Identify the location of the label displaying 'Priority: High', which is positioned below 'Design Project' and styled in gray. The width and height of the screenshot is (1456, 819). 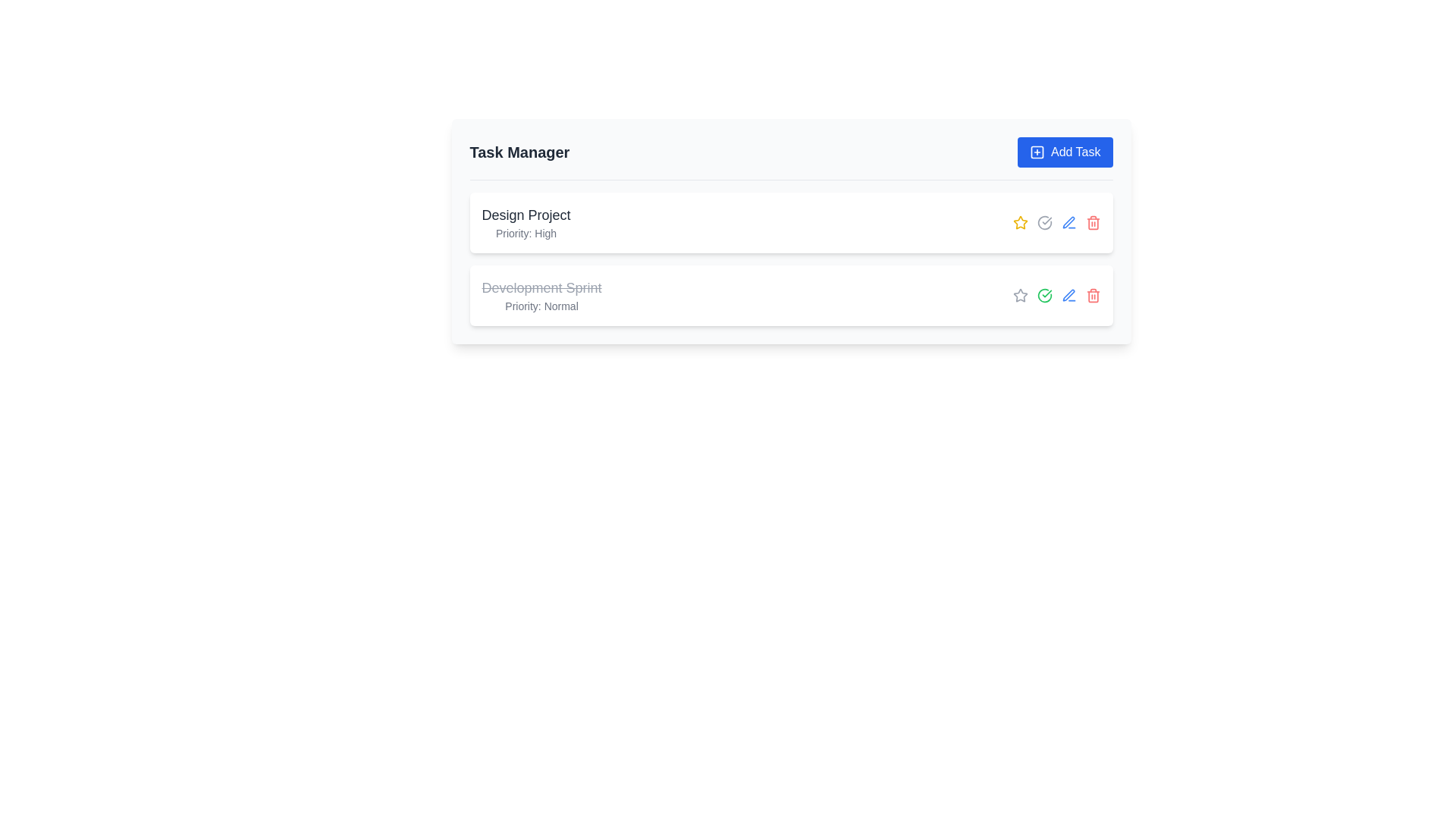
(526, 234).